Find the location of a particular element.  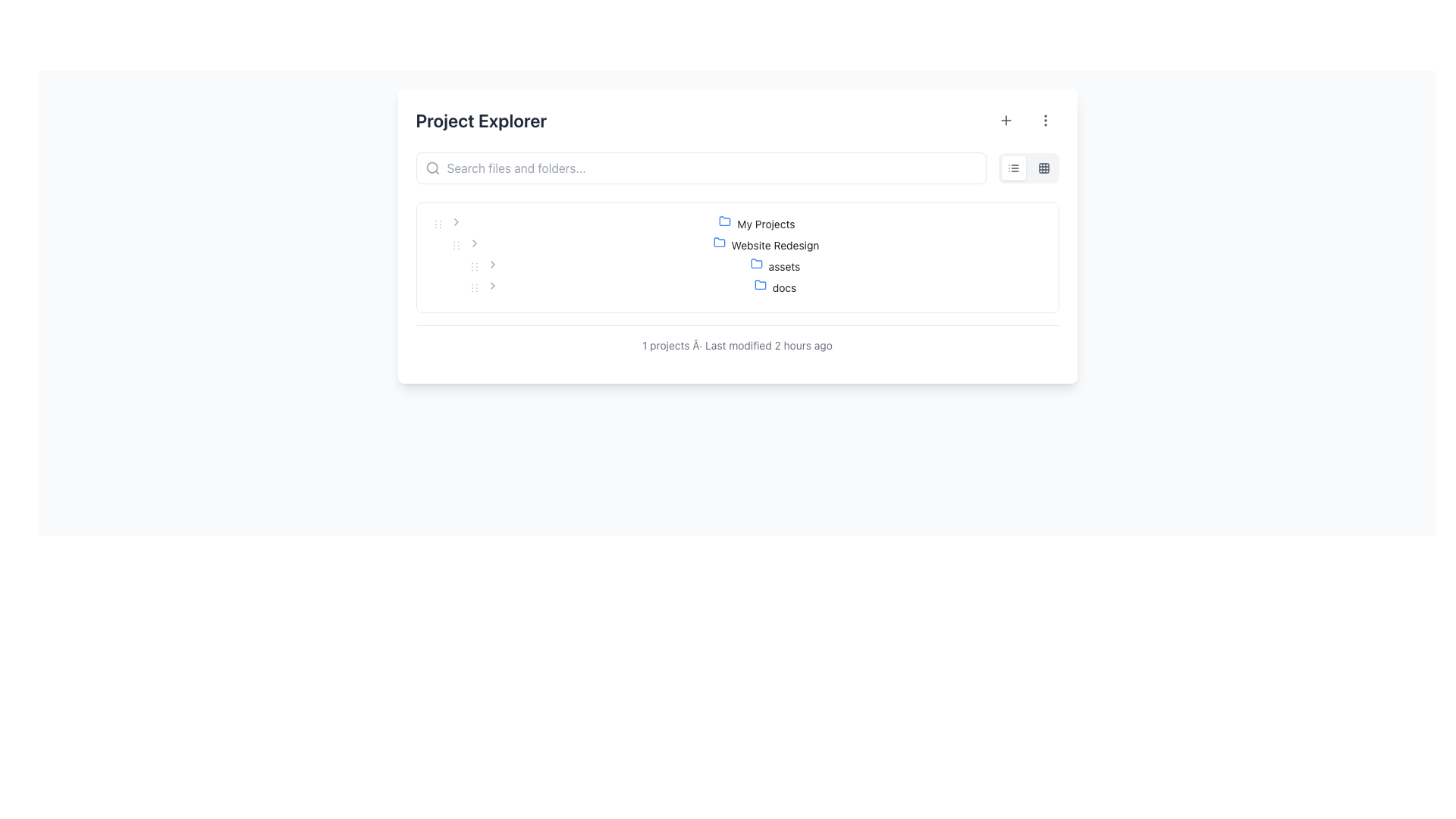

on the 'My Projects' Tree Node Header, which is the first main node in the tree structure is located at coordinates (757, 224).